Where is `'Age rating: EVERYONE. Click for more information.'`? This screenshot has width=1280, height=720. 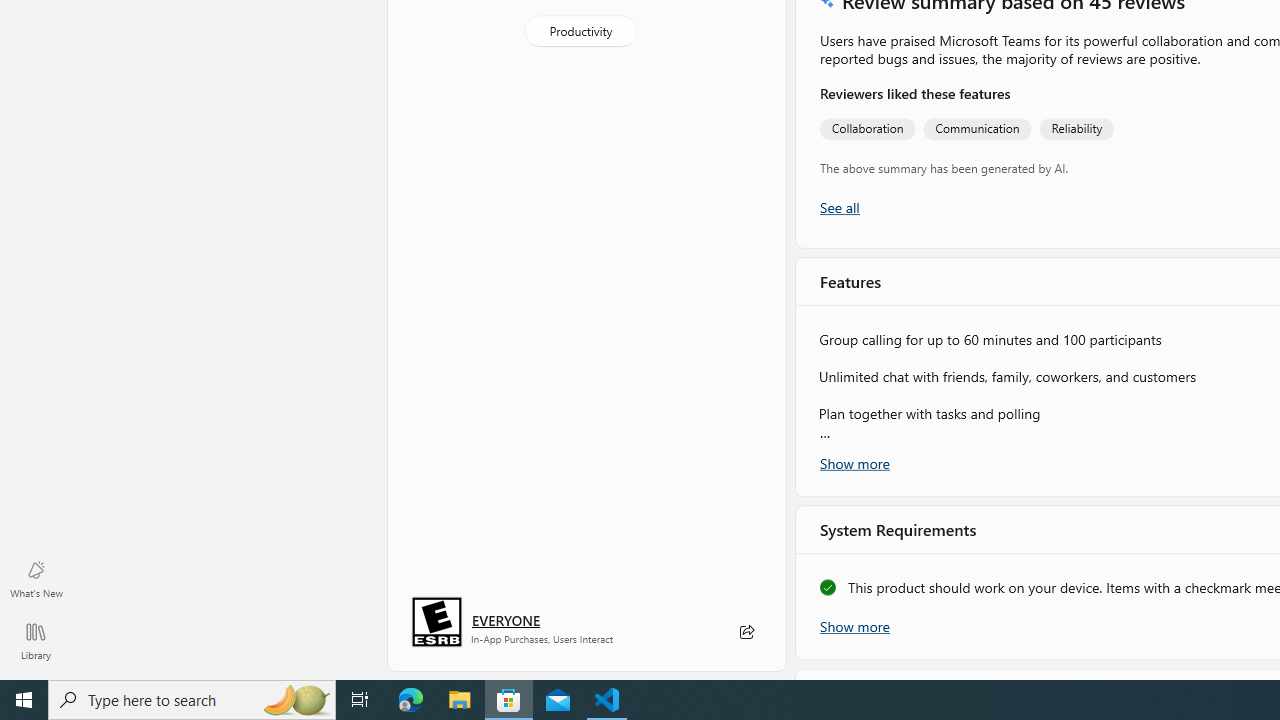
'Age rating: EVERYONE. Click for more information.' is located at coordinates (506, 618).